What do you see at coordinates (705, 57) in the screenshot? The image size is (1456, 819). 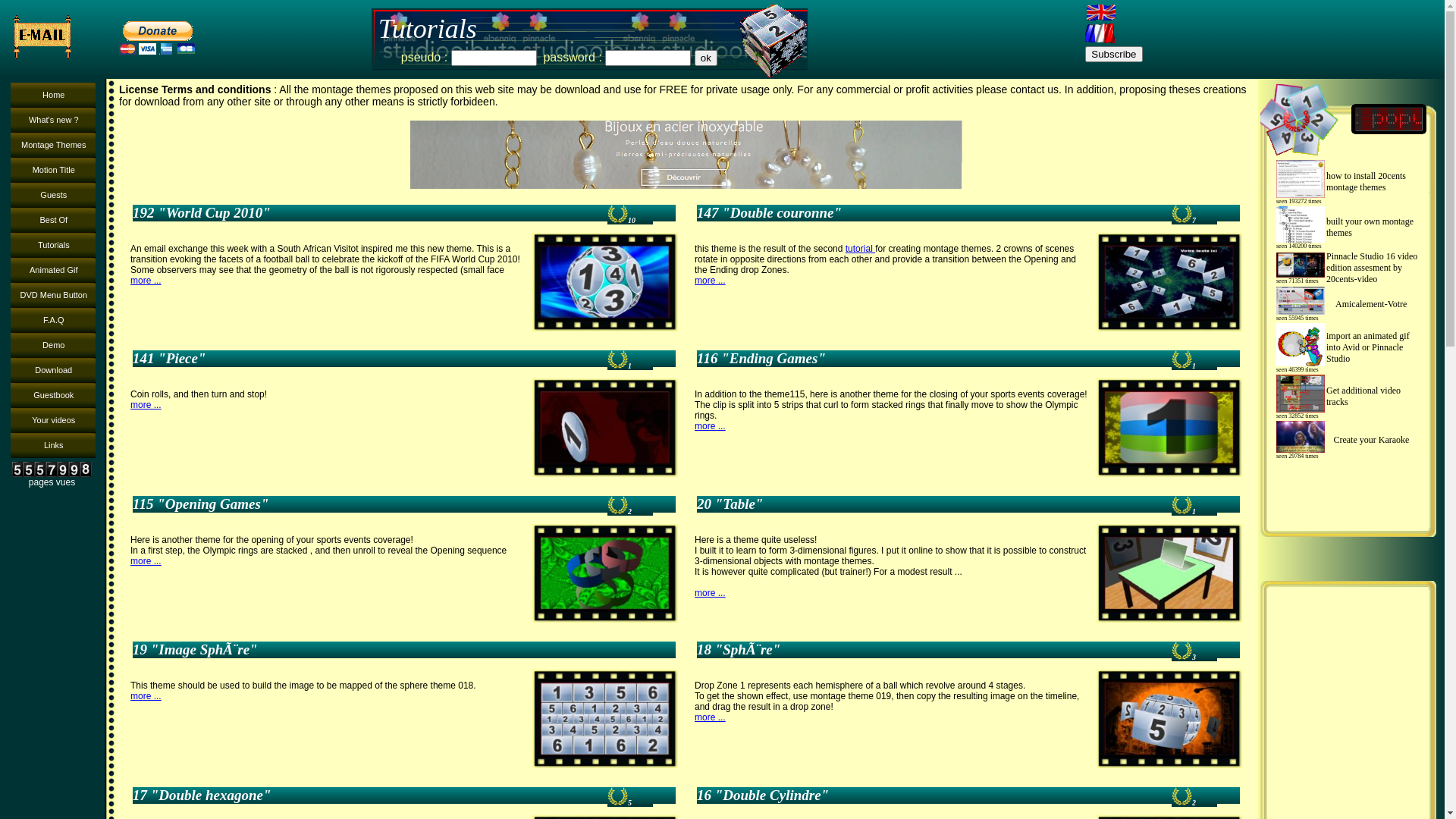 I see `'ok'` at bounding box center [705, 57].